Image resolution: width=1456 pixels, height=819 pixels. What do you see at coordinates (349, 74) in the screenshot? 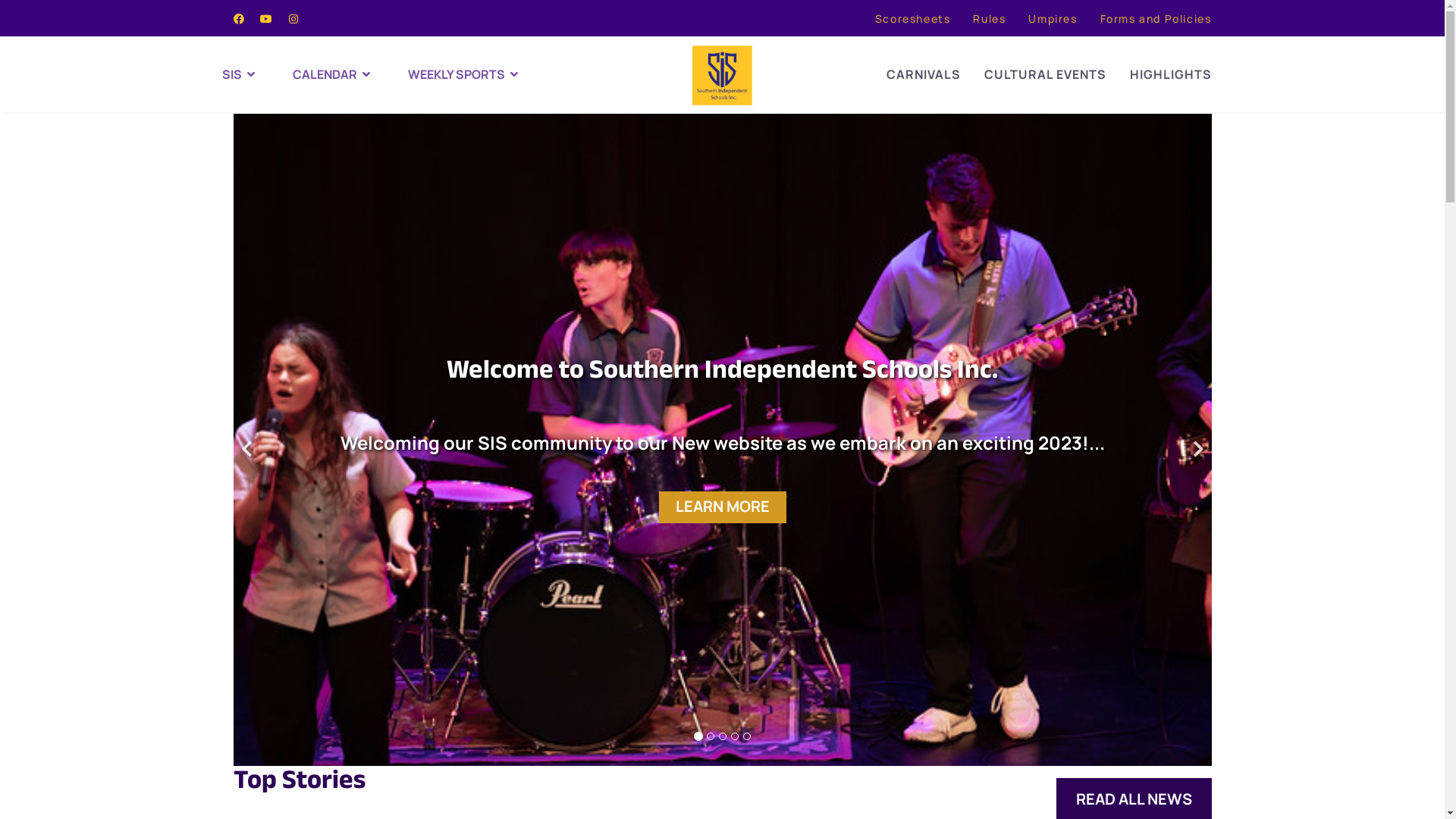
I see `'CALENDAR'` at bounding box center [349, 74].